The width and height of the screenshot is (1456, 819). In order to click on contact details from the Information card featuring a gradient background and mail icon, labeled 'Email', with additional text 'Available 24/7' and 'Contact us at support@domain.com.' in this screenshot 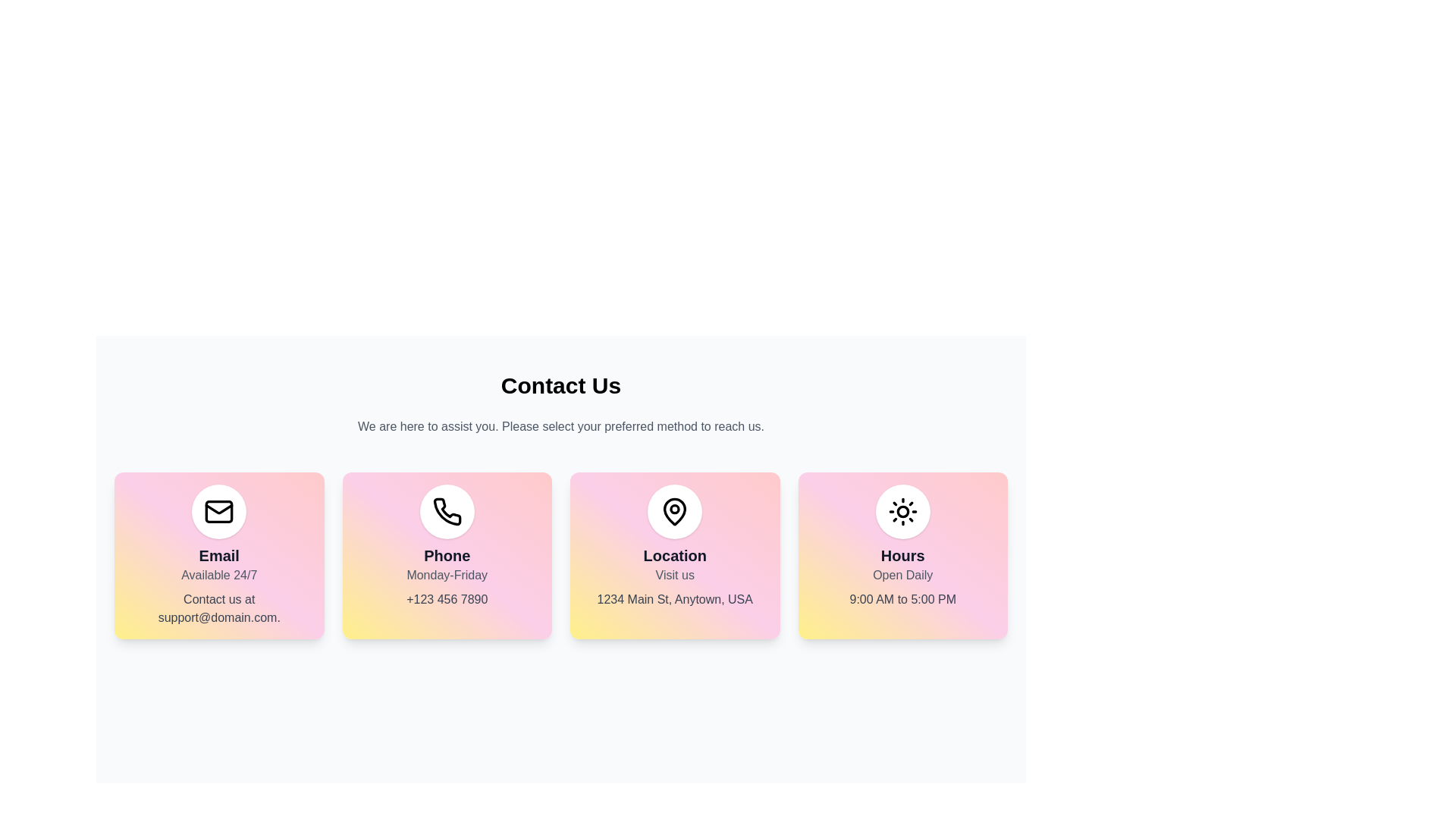, I will do `click(218, 555)`.